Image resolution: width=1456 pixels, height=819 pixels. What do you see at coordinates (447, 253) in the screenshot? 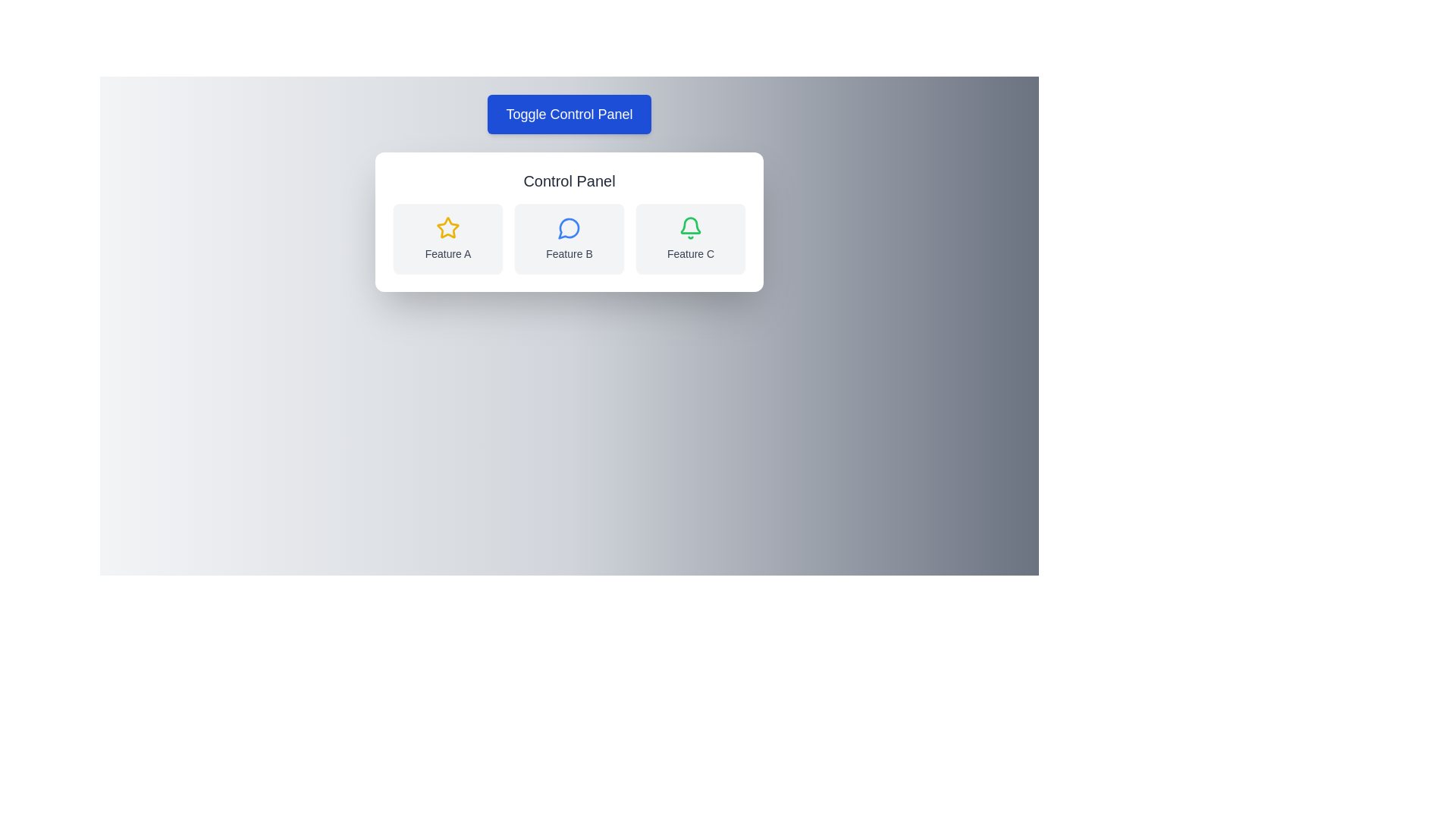
I see `the Text label that describes the feature represented by the star icon, located centrally within the 'Feature A' panel under the 'Control Panel' title` at bounding box center [447, 253].